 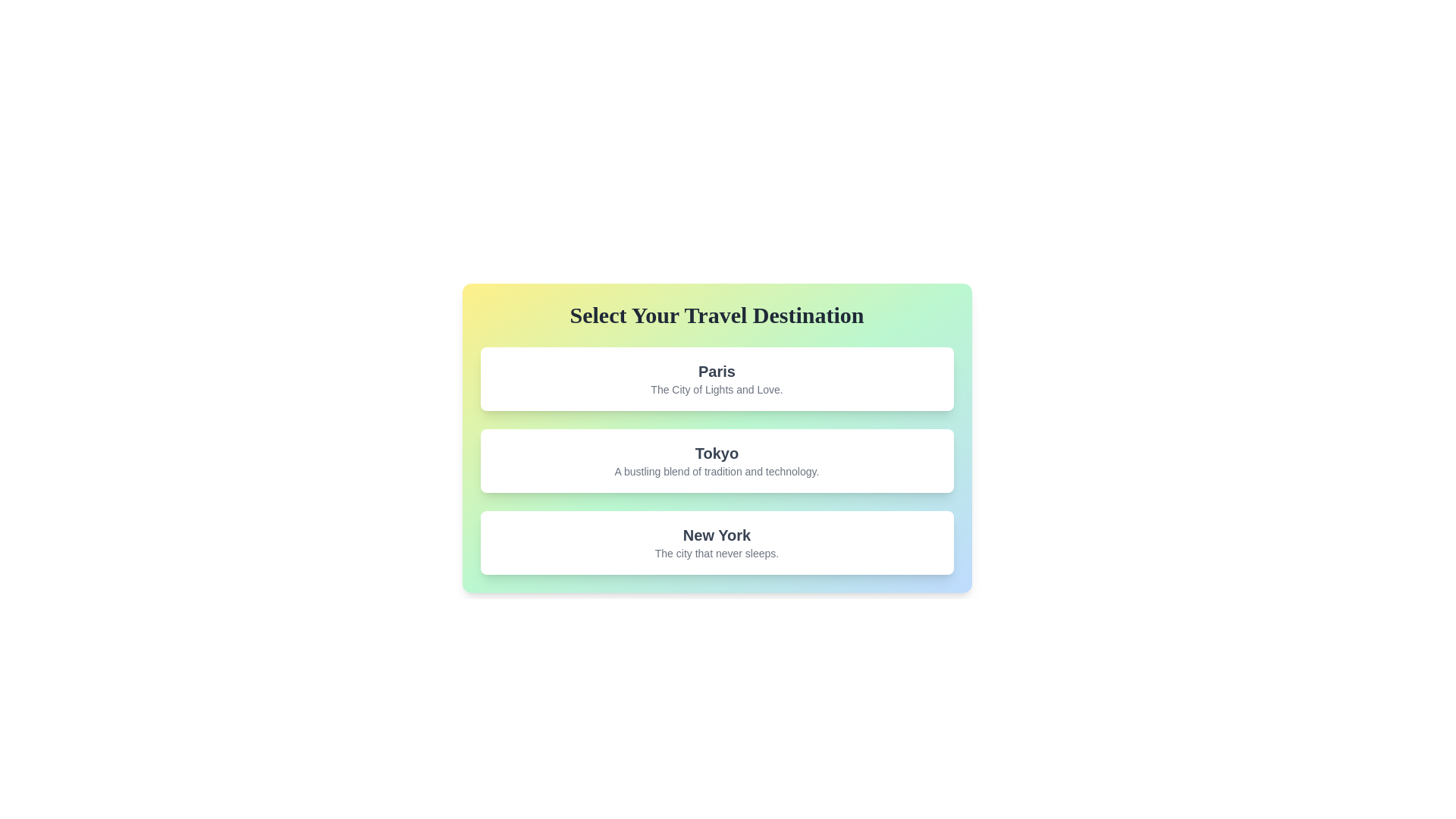 I want to click on the descriptive text element providing additional details about the option 'New York' located below the 'New York' text in the third option card, so click(x=716, y=553).